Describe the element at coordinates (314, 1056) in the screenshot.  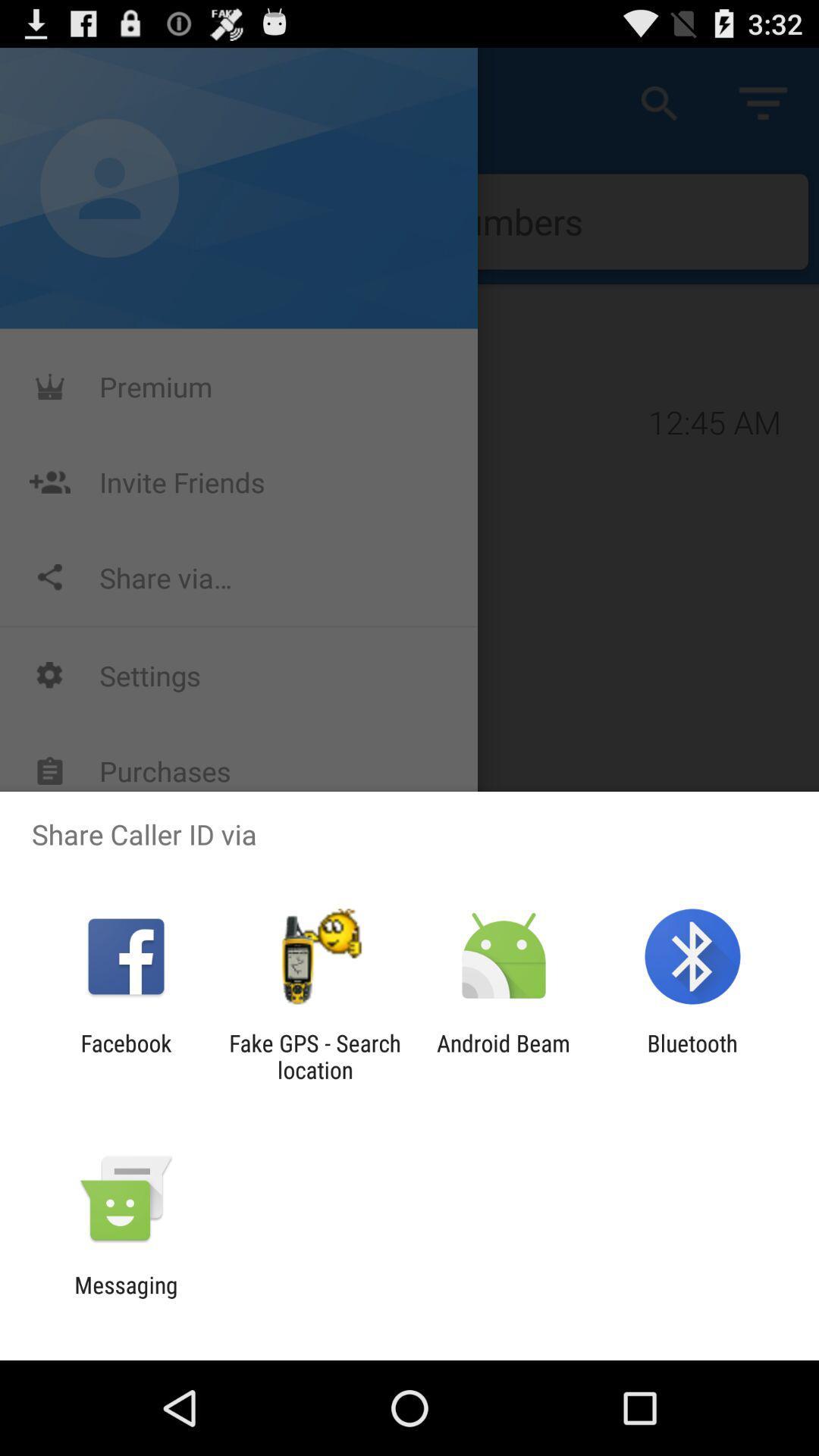
I see `fake gps search item` at that location.